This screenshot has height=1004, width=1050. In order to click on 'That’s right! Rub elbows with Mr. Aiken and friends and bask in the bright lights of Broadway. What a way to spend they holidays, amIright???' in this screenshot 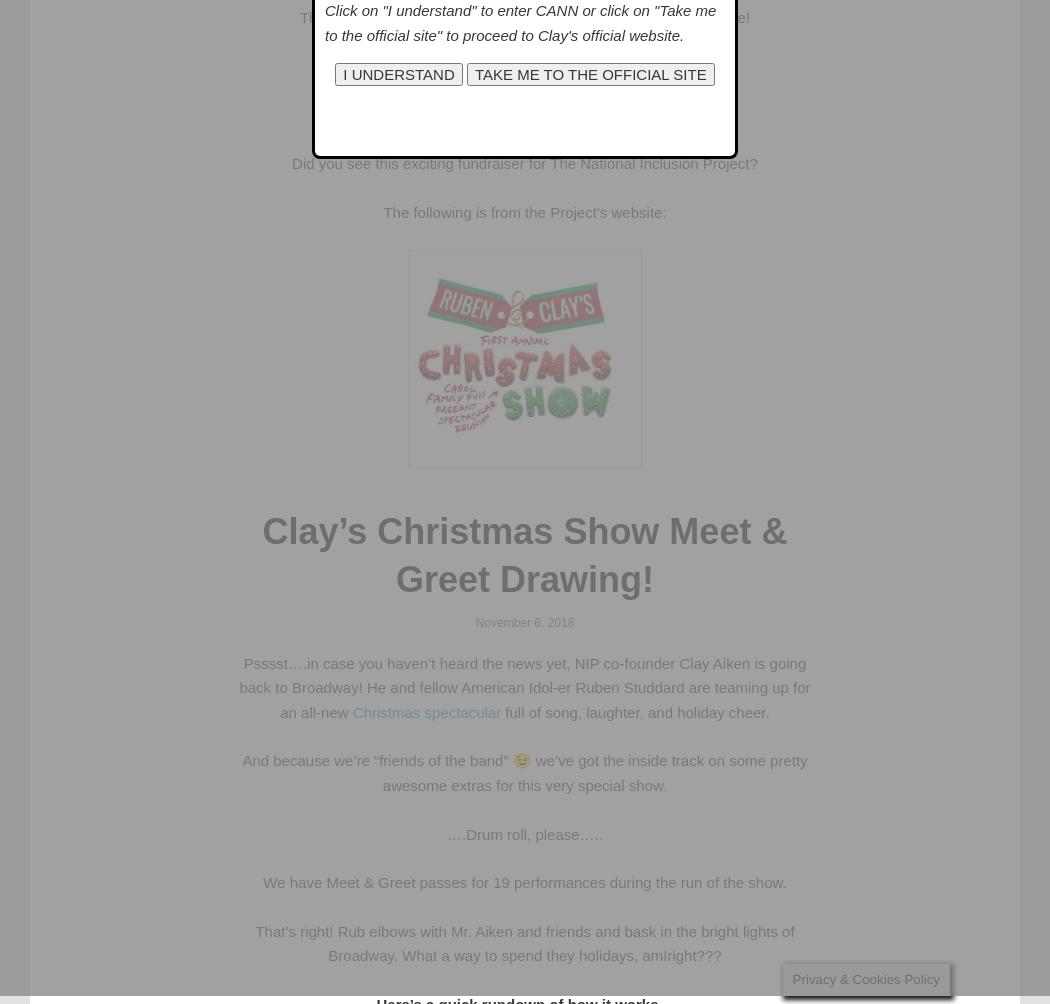, I will do `click(523, 942)`.